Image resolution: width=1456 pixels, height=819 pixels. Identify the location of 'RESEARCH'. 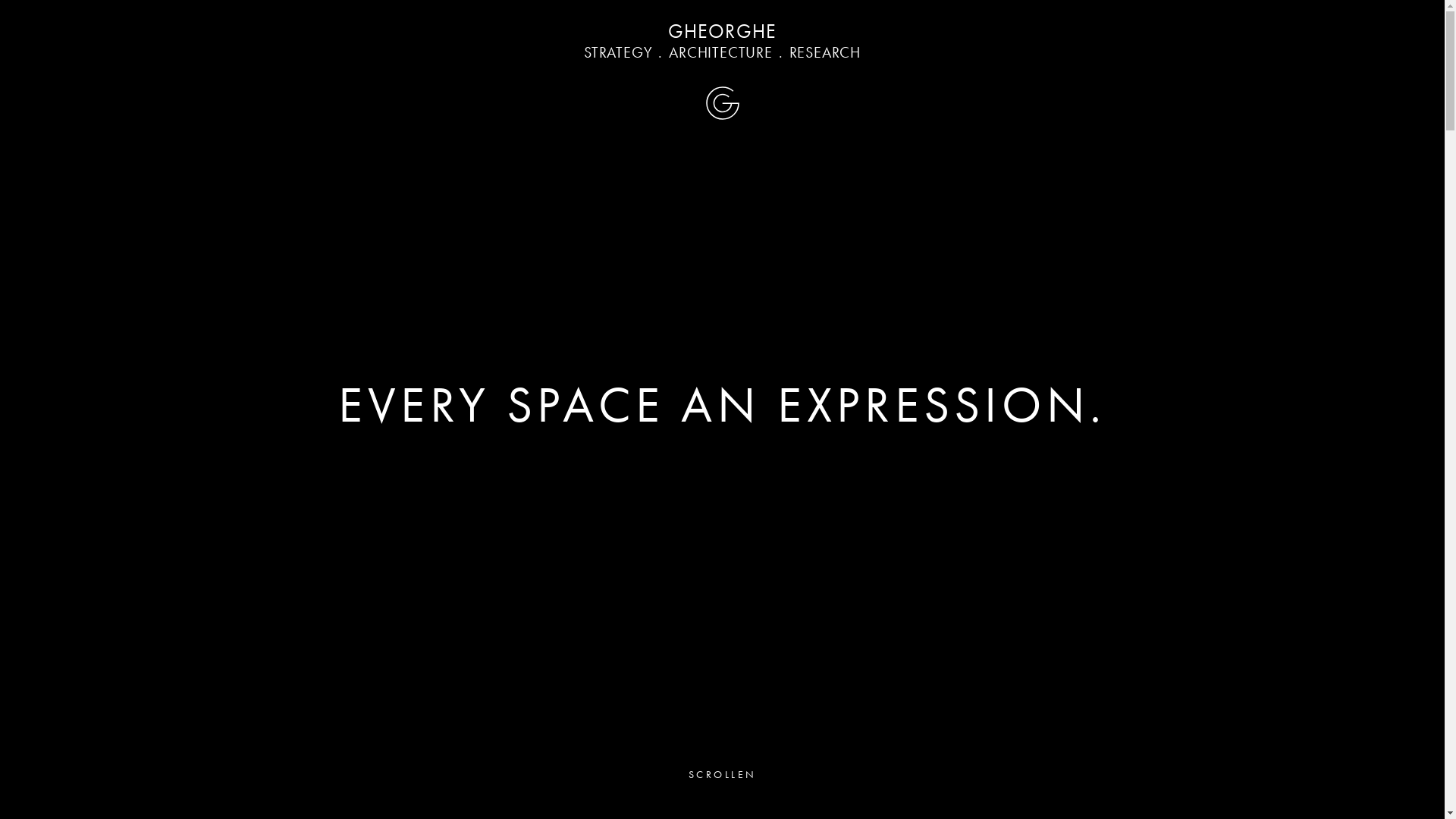
(824, 52).